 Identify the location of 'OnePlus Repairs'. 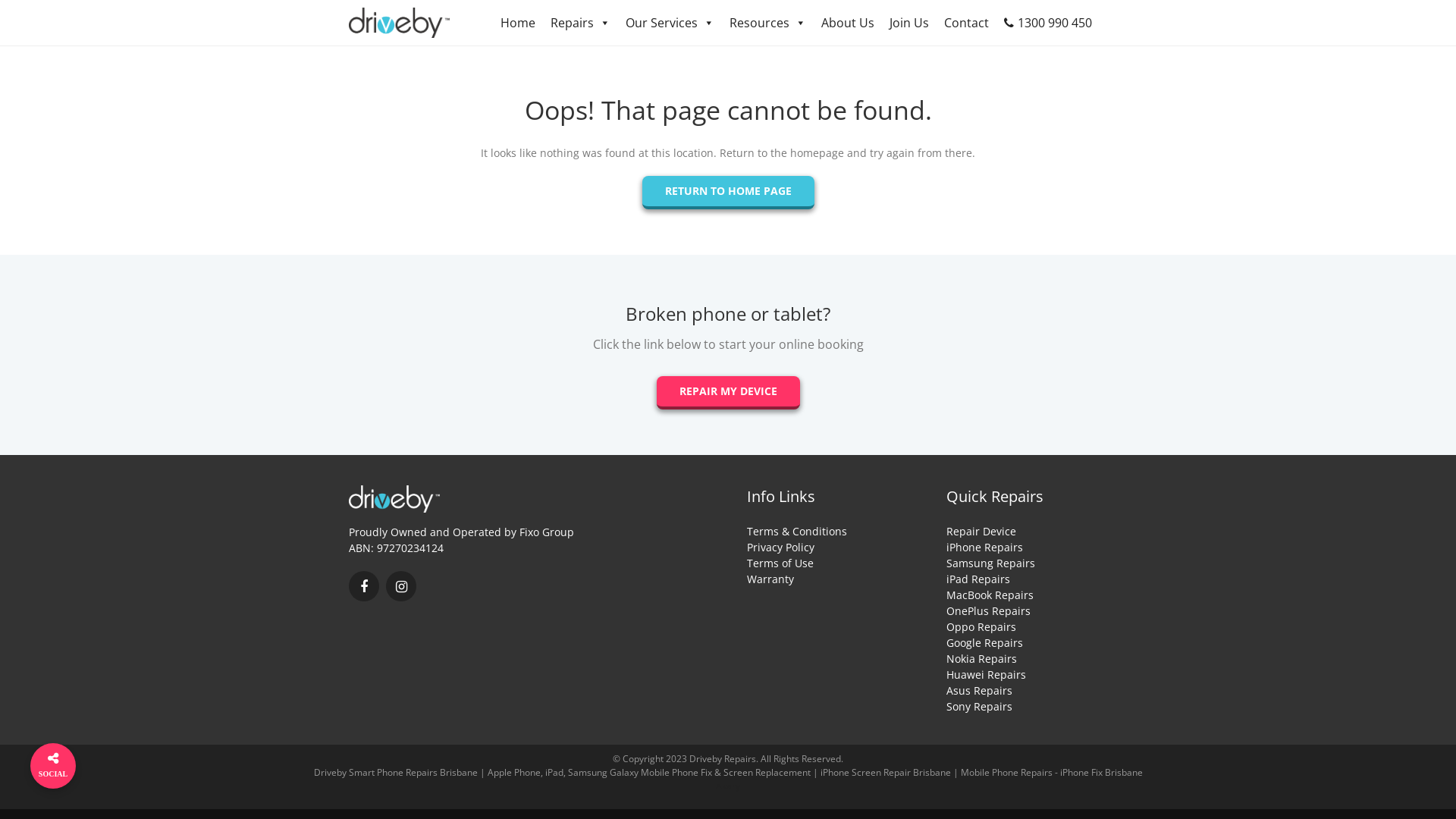
(988, 610).